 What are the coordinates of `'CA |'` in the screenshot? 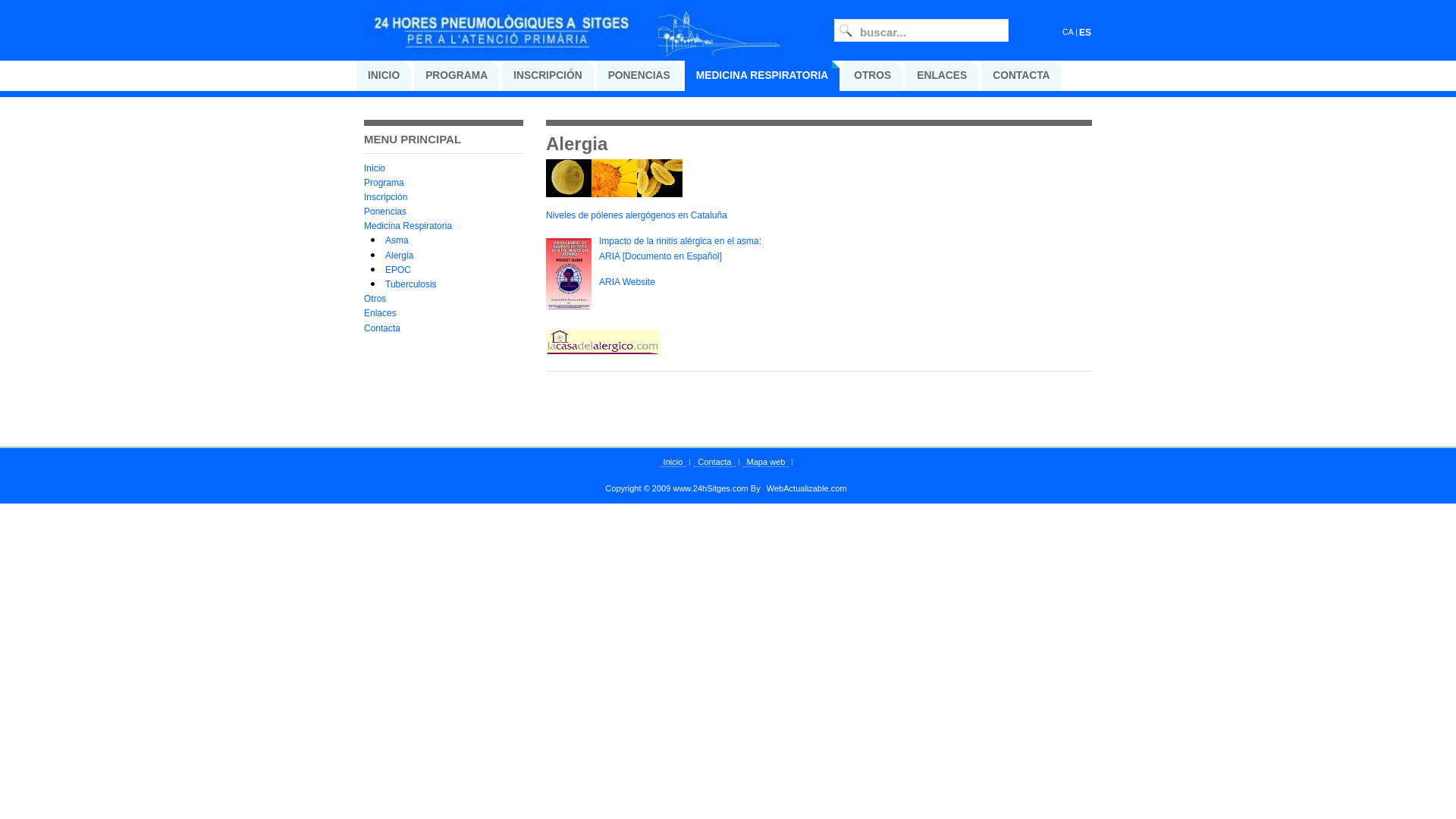 It's located at (1062, 32).